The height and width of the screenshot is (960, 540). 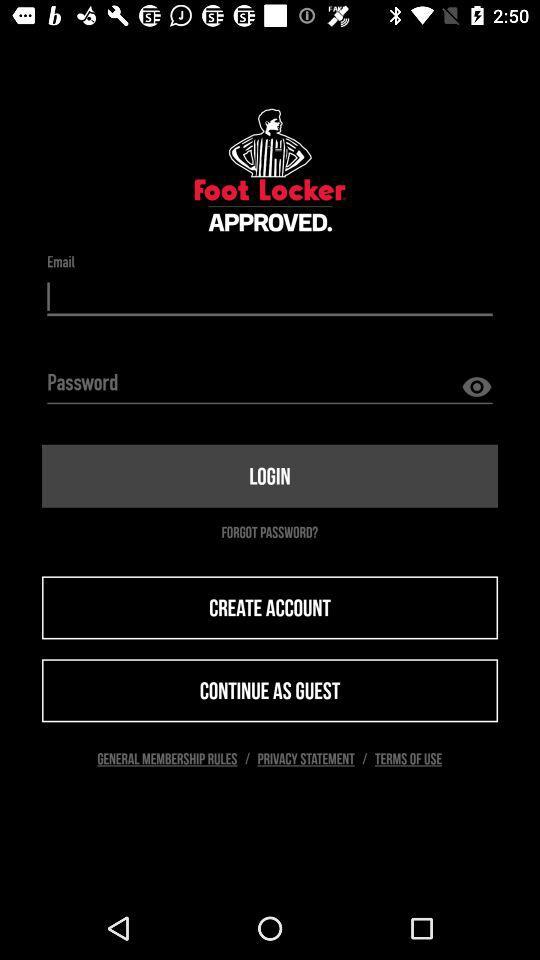 What do you see at coordinates (475, 387) in the screenshot?
I see `the visibility icon` at bounding box center [475, 387].